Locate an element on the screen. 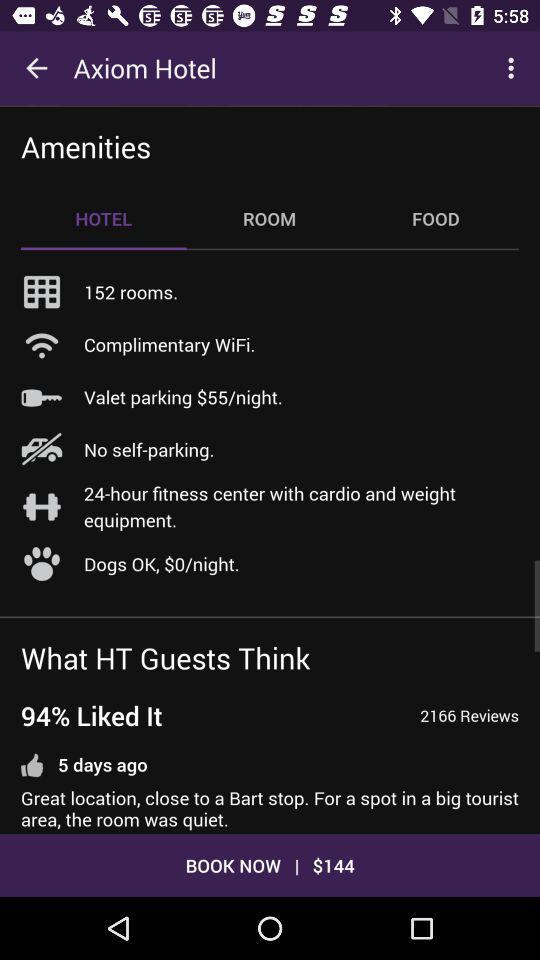 This screenshot has width=540, height=960. item below the what ht guests is located at coordinates (90, 715).